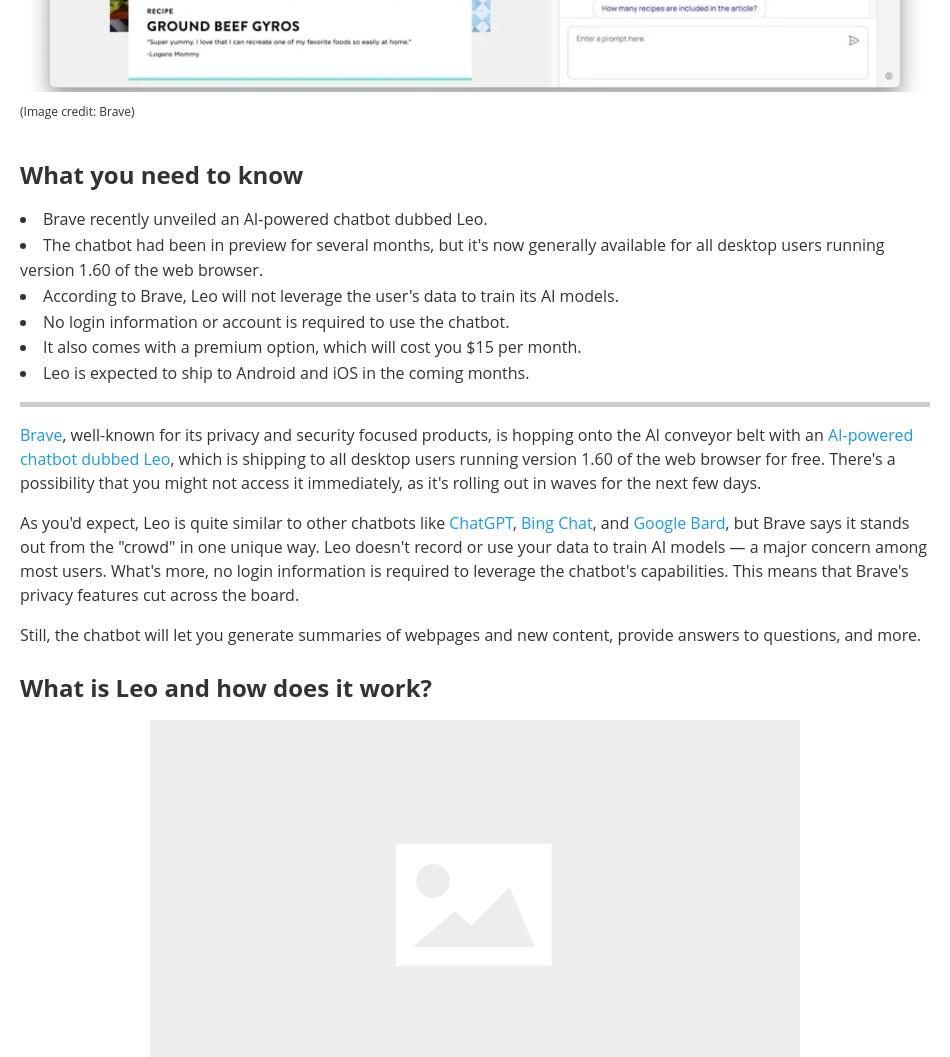 The height and width of the screenshot is (1057, 950). Describe the element at coordinates (471, 635) in the screenshot. I see `'Still, the chatbot will let you generate summaries of webpages and new content, provide answers to questions, and more.'` at that location.